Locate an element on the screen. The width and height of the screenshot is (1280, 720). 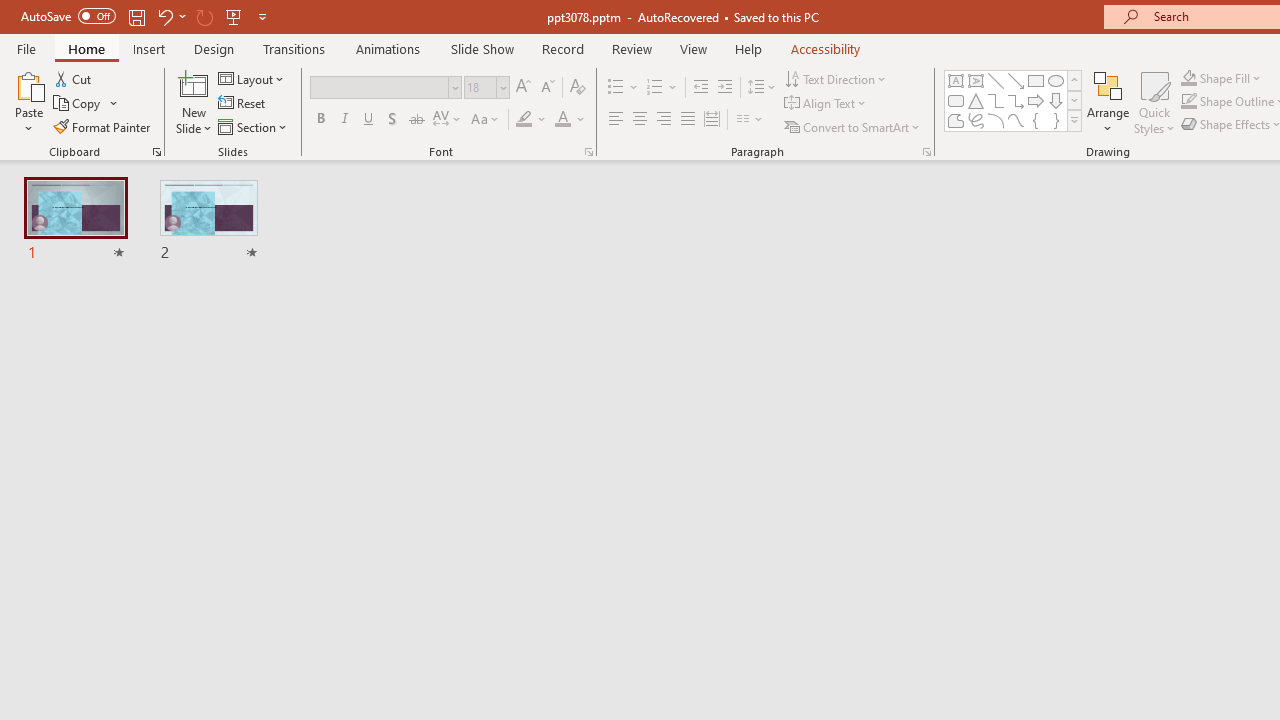
'Arrow: Right' is located at coordinates (1036, 100).